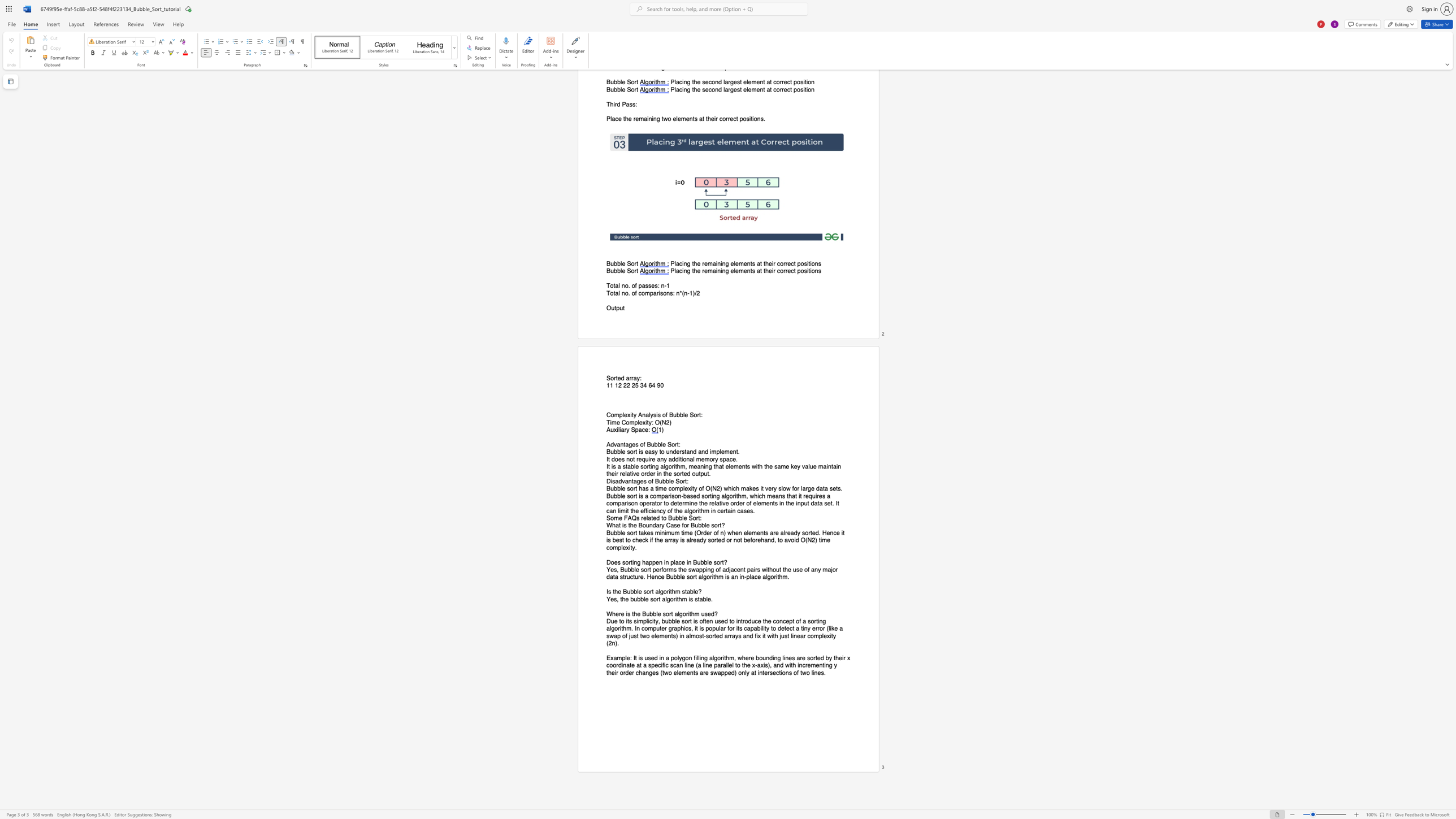 This screenshot has height=819, width=1456. Describe the element at coordinates (763, 665) in the screenshot. I see `the 14th character "i" in the text` at that location.